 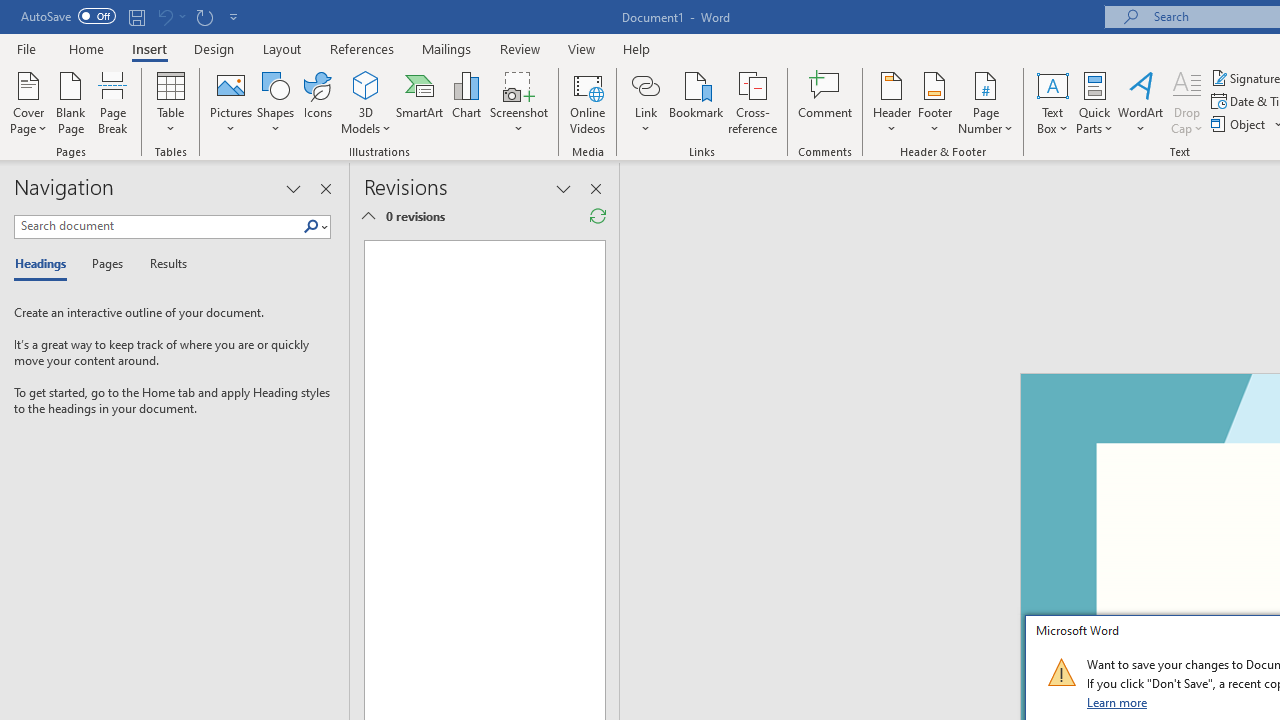 I want to click on 'WordArt', so click(x=1141, y=103).